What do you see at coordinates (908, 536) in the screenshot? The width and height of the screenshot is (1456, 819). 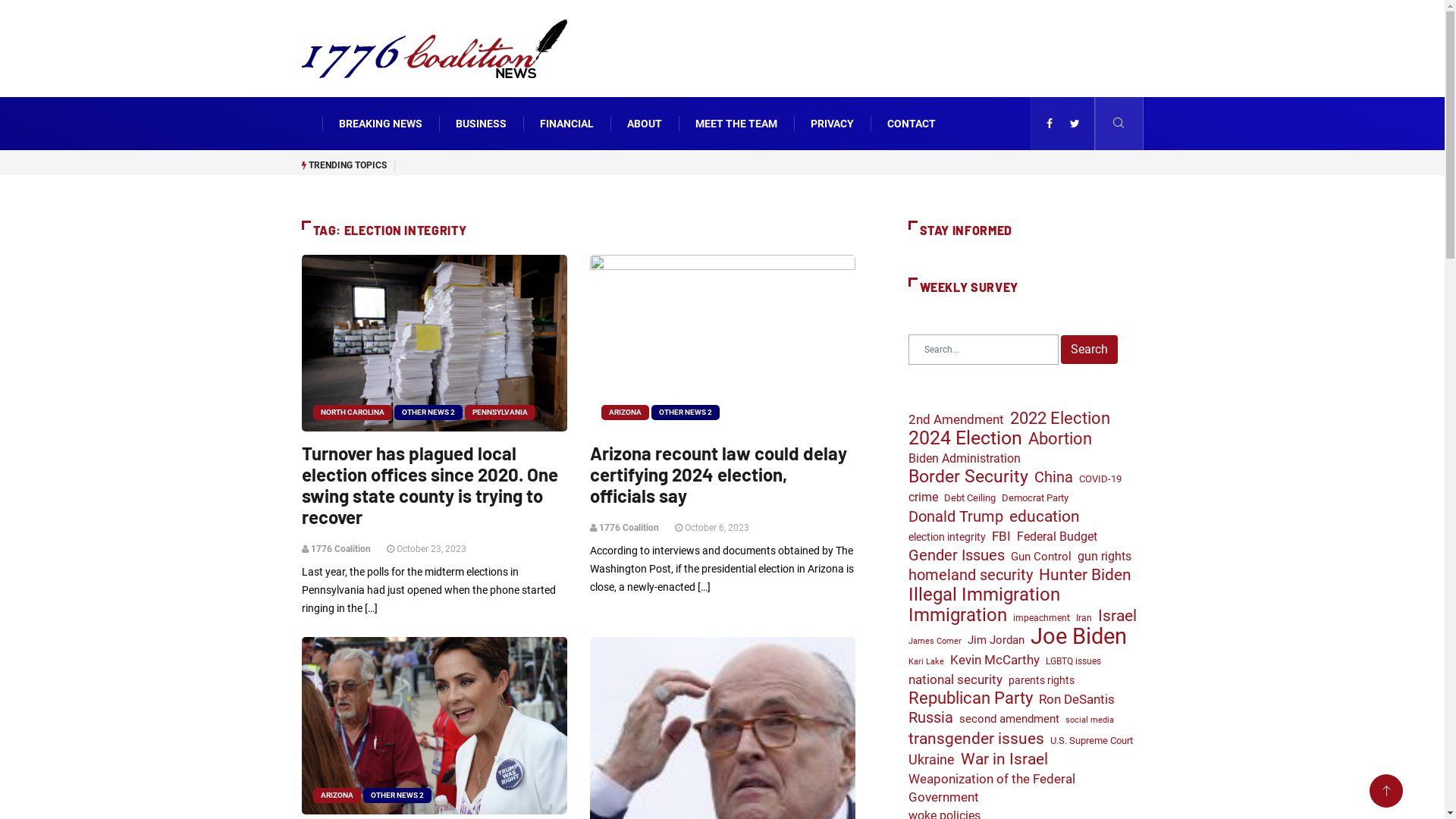 I see `'election integrity'` at bounding box center [908, 536].